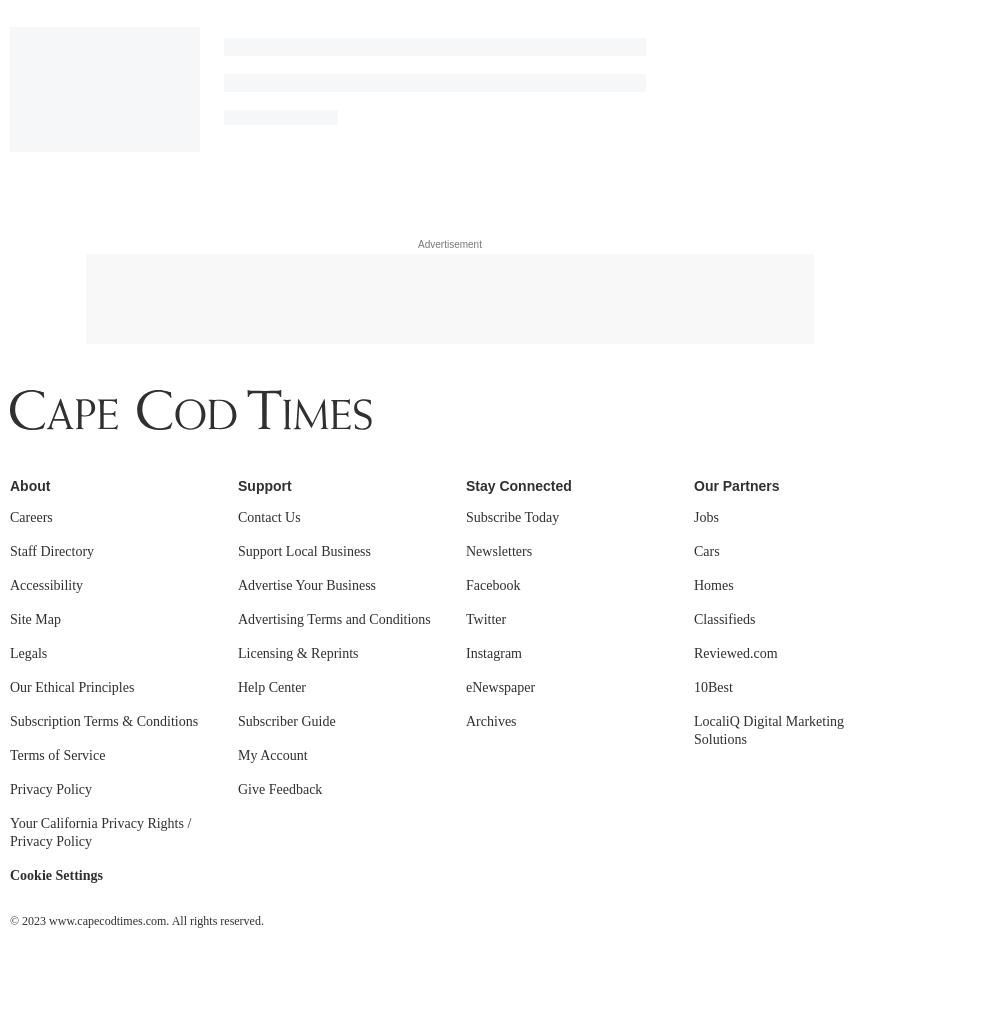 Image resolution: width=1000 pixels, height=1029 pixels. Describe the element at coordinates (237, 162) in the screenshot. I see `'Subscriber Guide'` at that location.